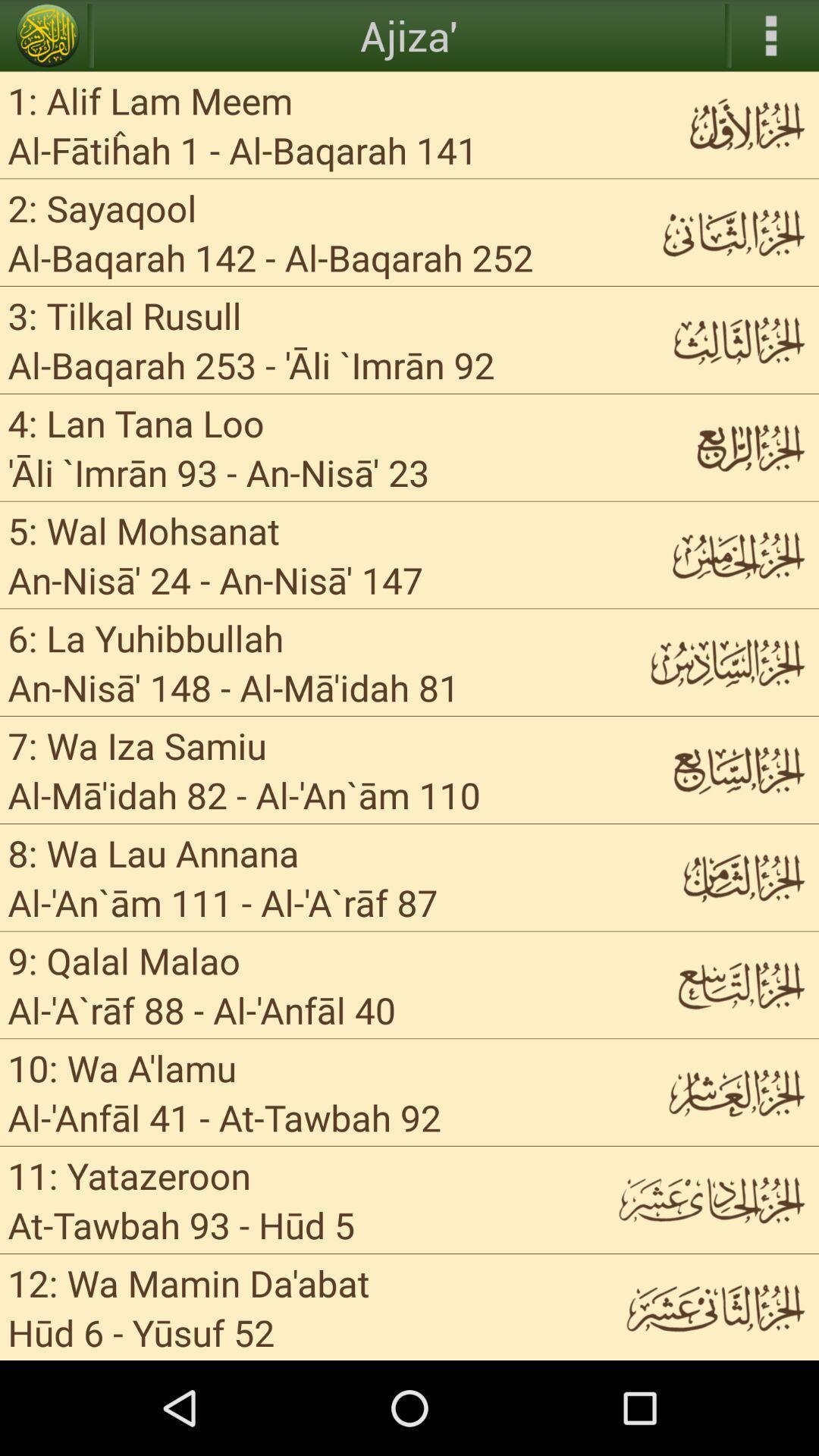  I want to click on the app above al baqarah 253, so click(124, 314).